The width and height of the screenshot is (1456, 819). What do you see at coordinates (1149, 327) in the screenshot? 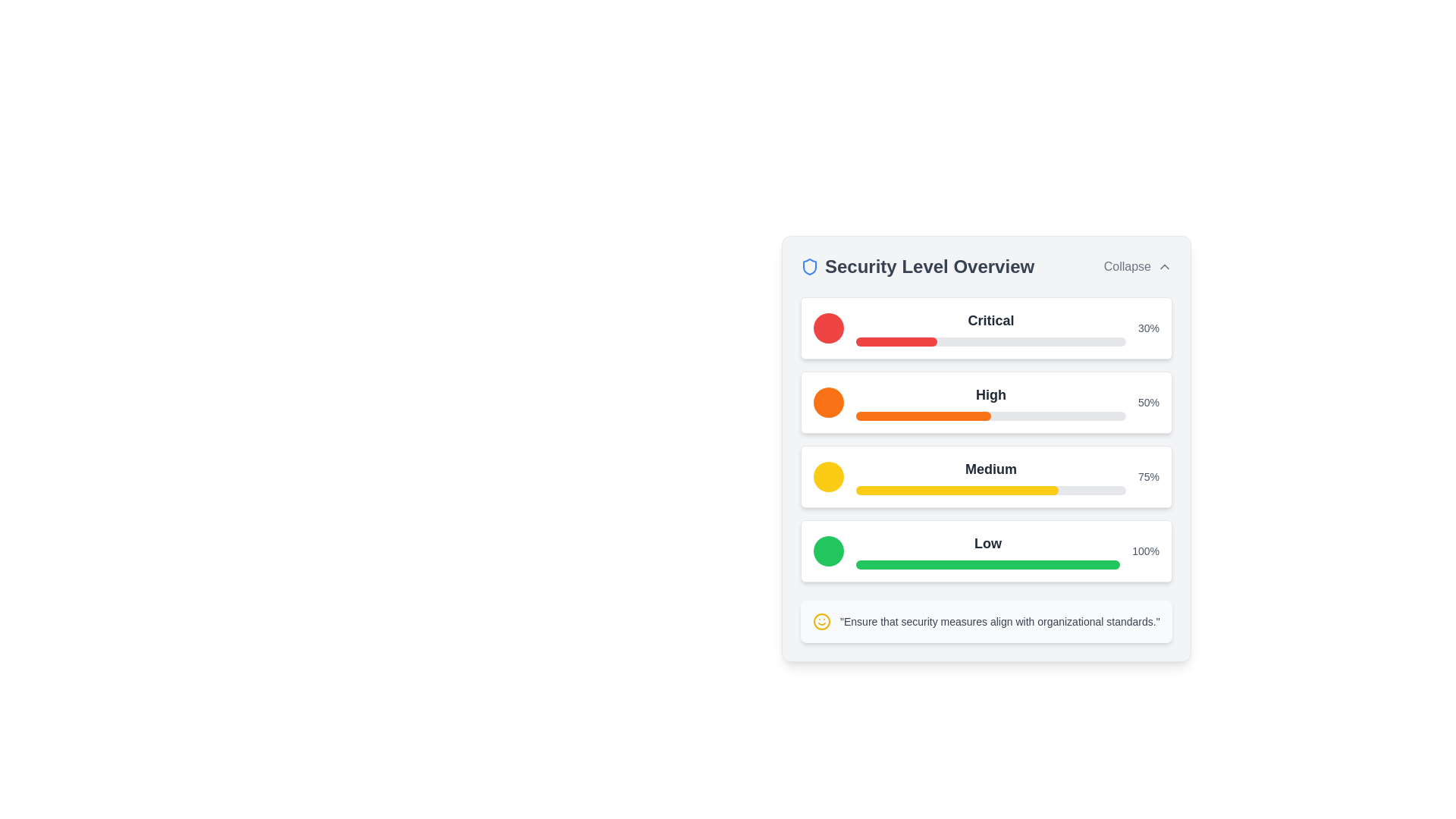
I see `the text label displaying '30%' which is located on the far right end of the 'Critical' security level section, immediately to the right of the corresponding progress bar` at bounding box center [1149, 327].